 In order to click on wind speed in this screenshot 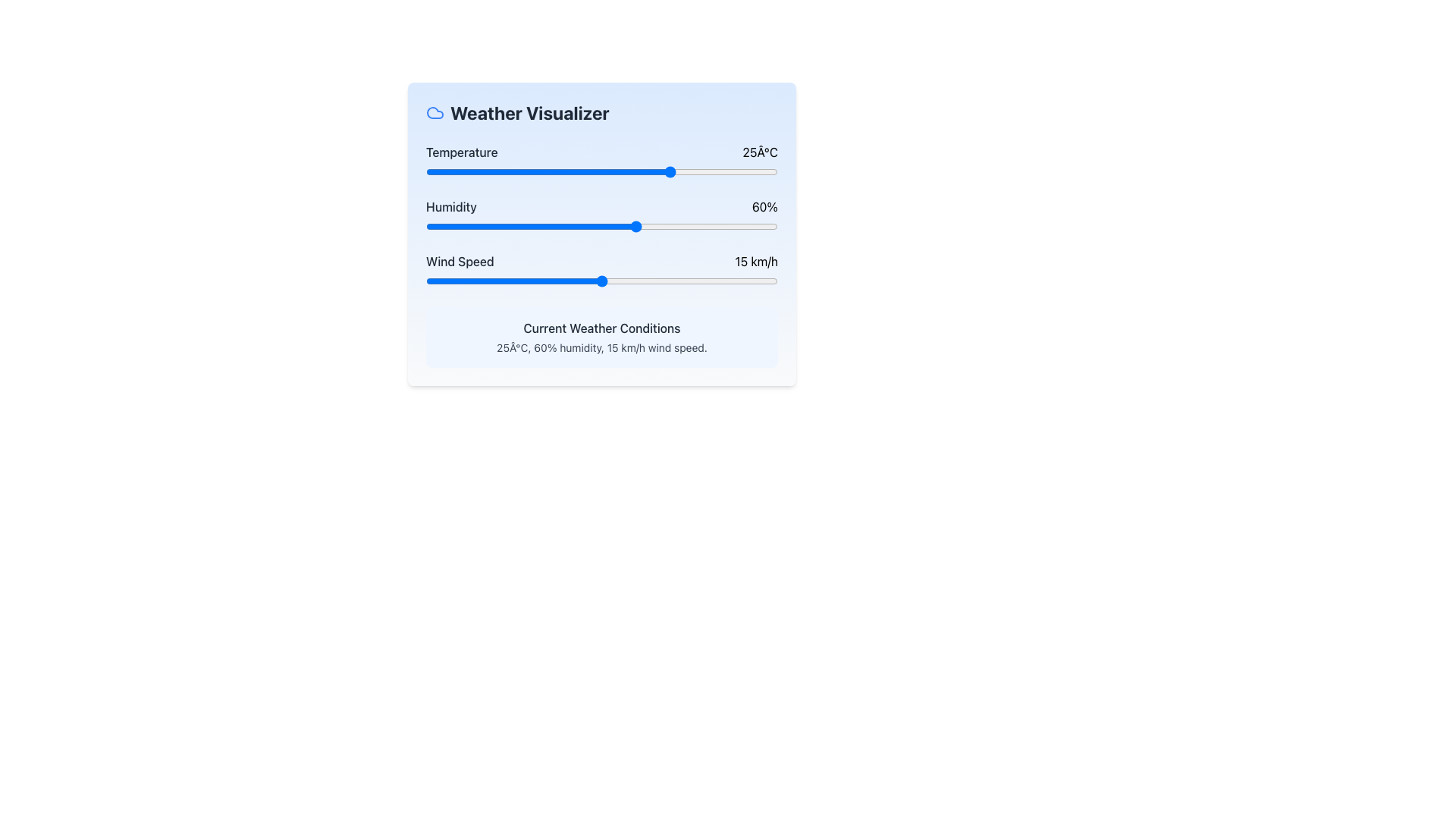, I will do `click(766, 281)`.